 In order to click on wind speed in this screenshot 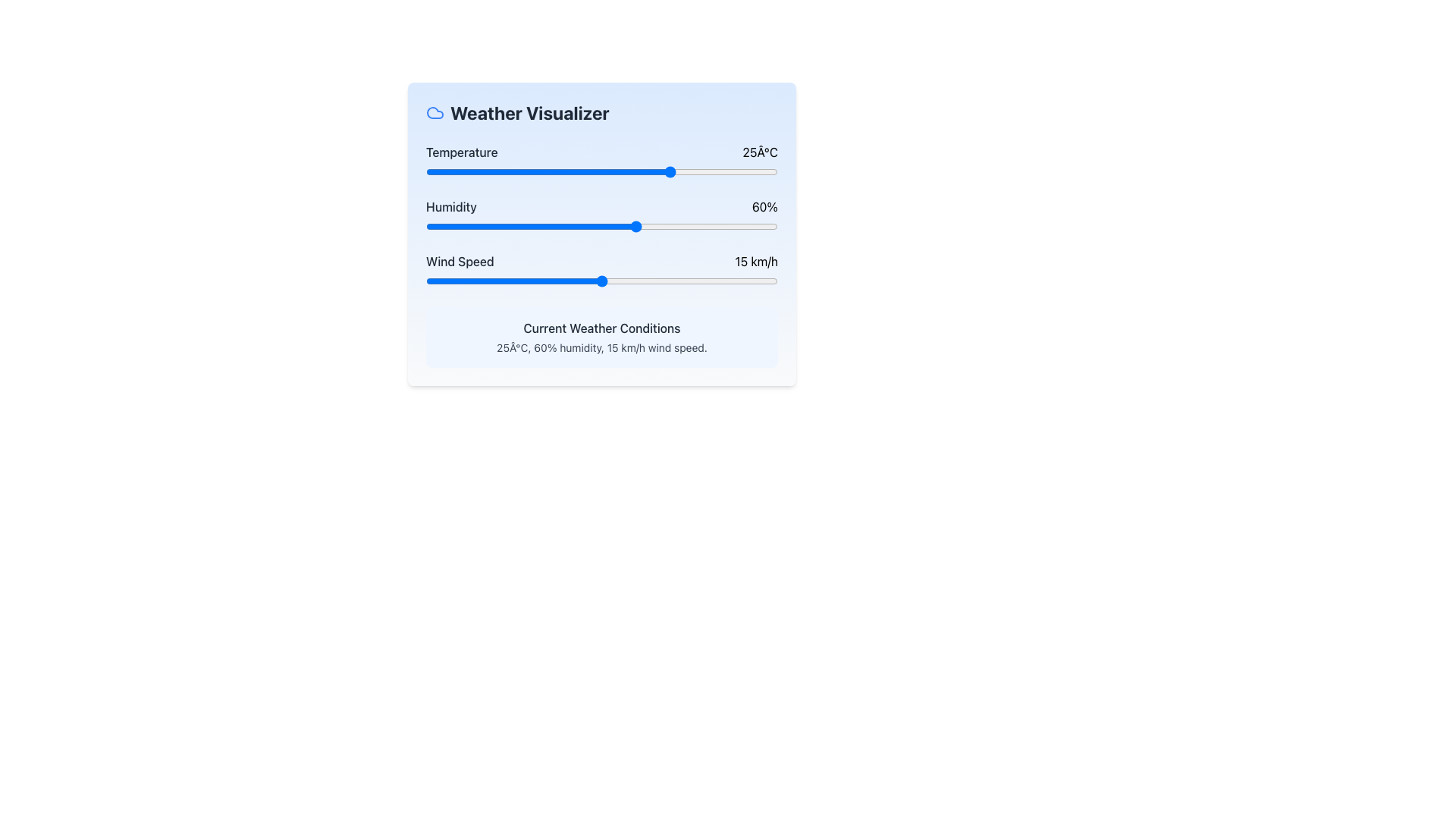, I will do `click(766, 281)`.